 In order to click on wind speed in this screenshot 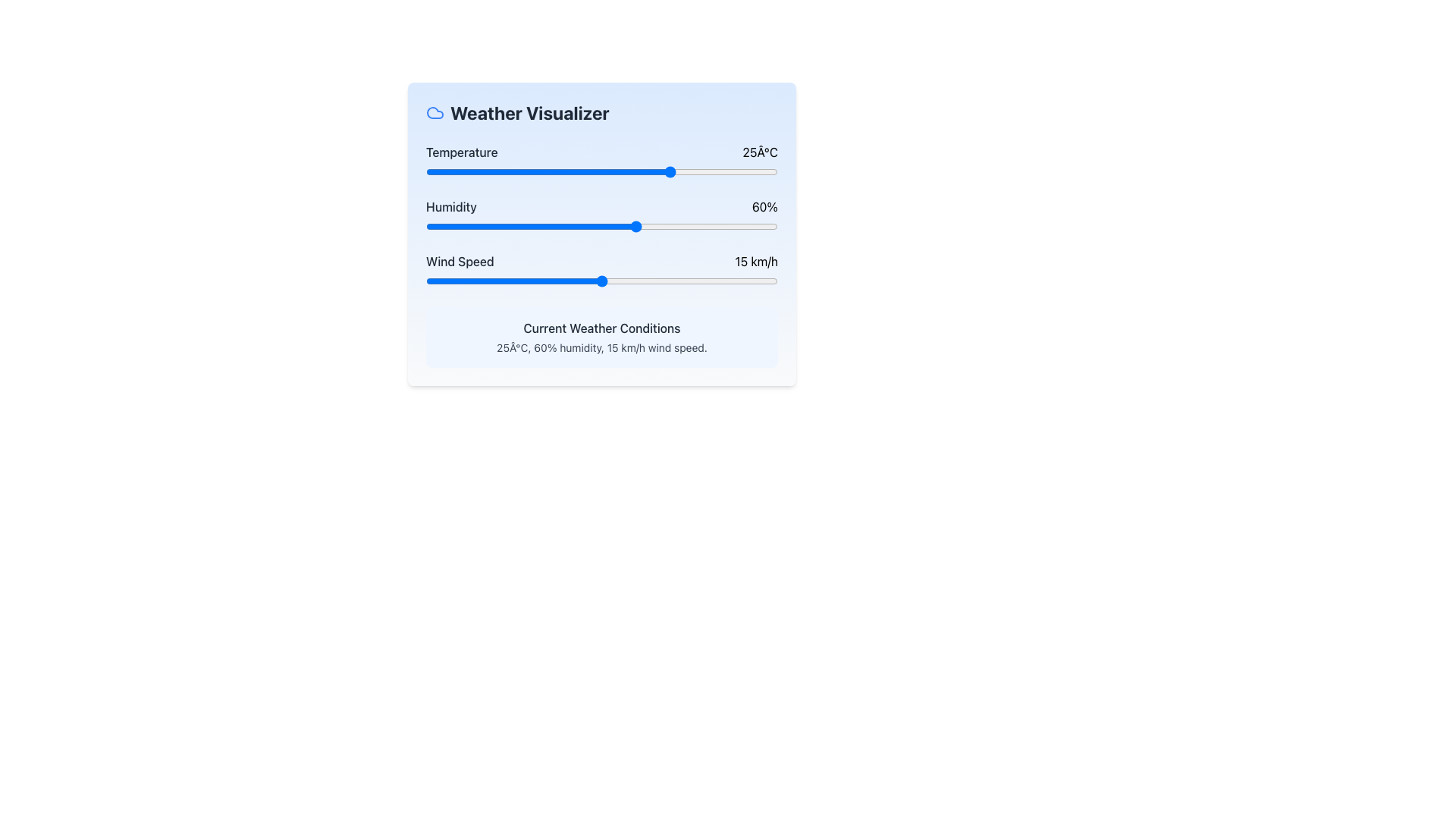, I will do `click(766, 281)`.